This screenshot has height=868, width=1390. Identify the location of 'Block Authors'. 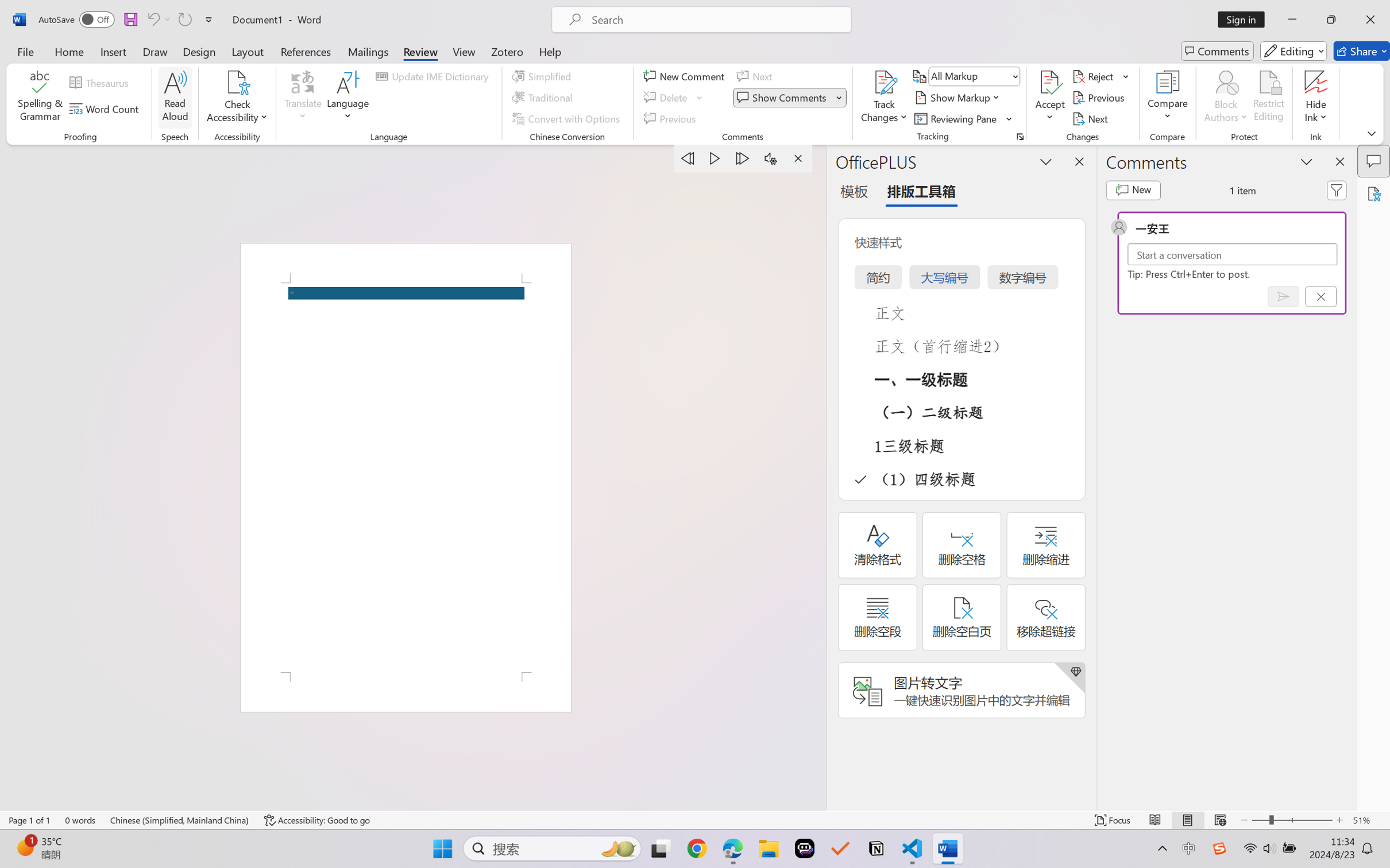
(1225, 98).